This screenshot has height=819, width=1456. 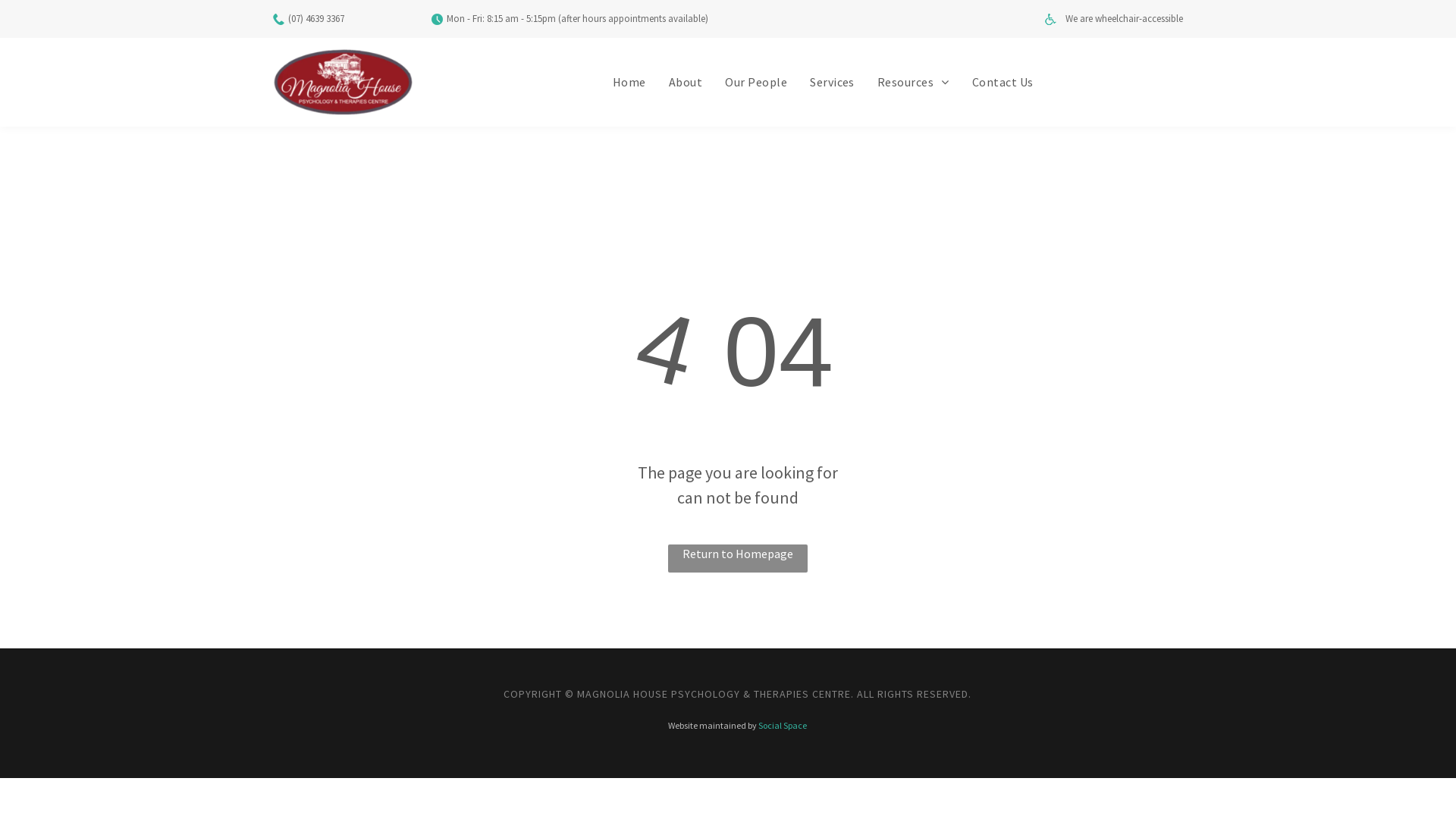 What do you see at coordinates (315, 18) in the screenshot?
I see `'(07) 4639 3367'` at bounding box center [315, 18].